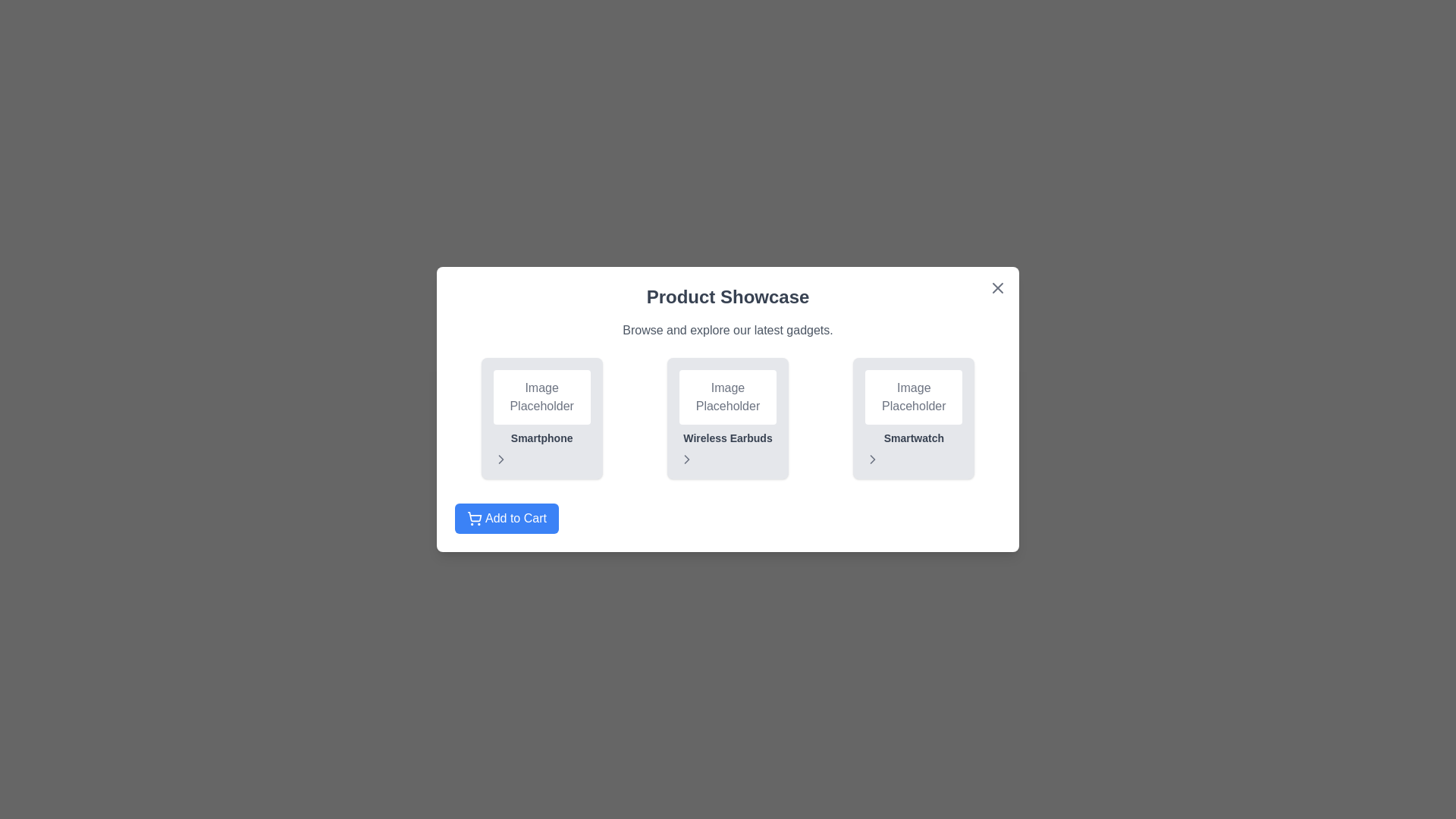 The image size is (1456, 819). What do you see at coordinates (500, 458) in the screenshot?
I see `the right-angled chevron arrow icon pointing to the right, located beneath the 'Smartphone' card in the 'Product Showcase' interface` at bounding box center [500, 458].